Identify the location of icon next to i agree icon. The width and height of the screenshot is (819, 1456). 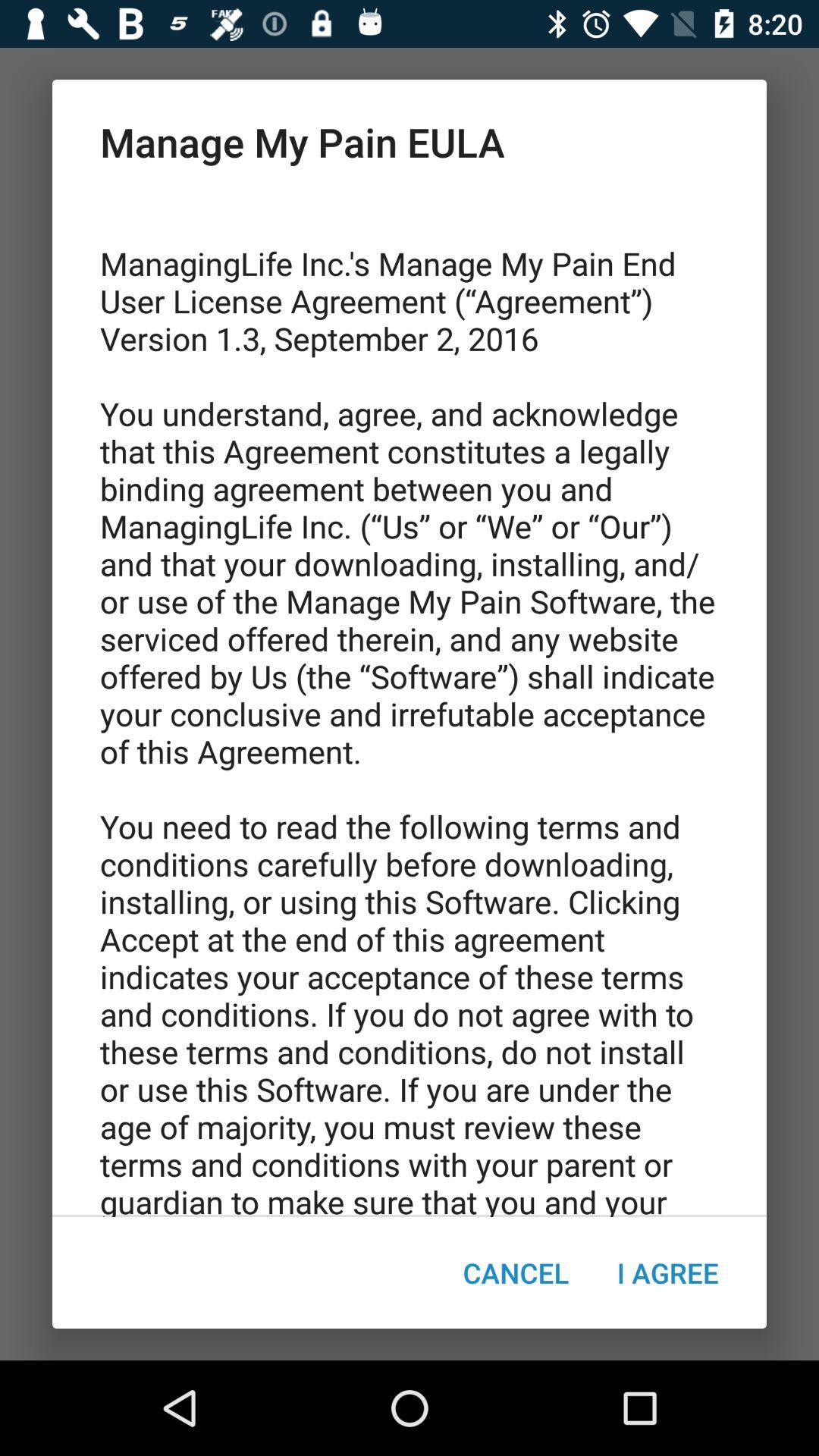
(515, 1272).